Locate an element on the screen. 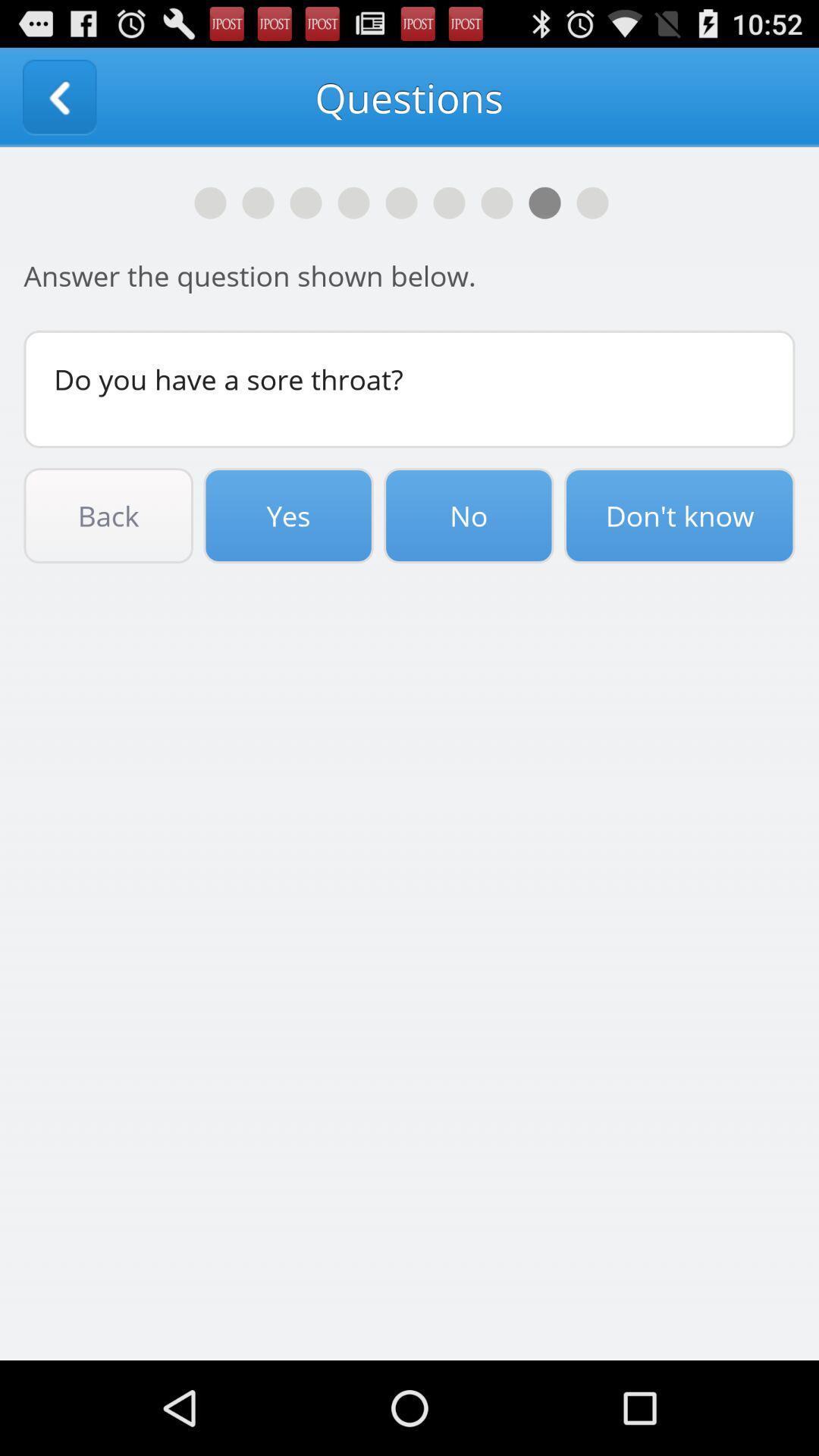 The width and height of the screenshot is (819, 1456). go back is located at coordinates (58, 96).